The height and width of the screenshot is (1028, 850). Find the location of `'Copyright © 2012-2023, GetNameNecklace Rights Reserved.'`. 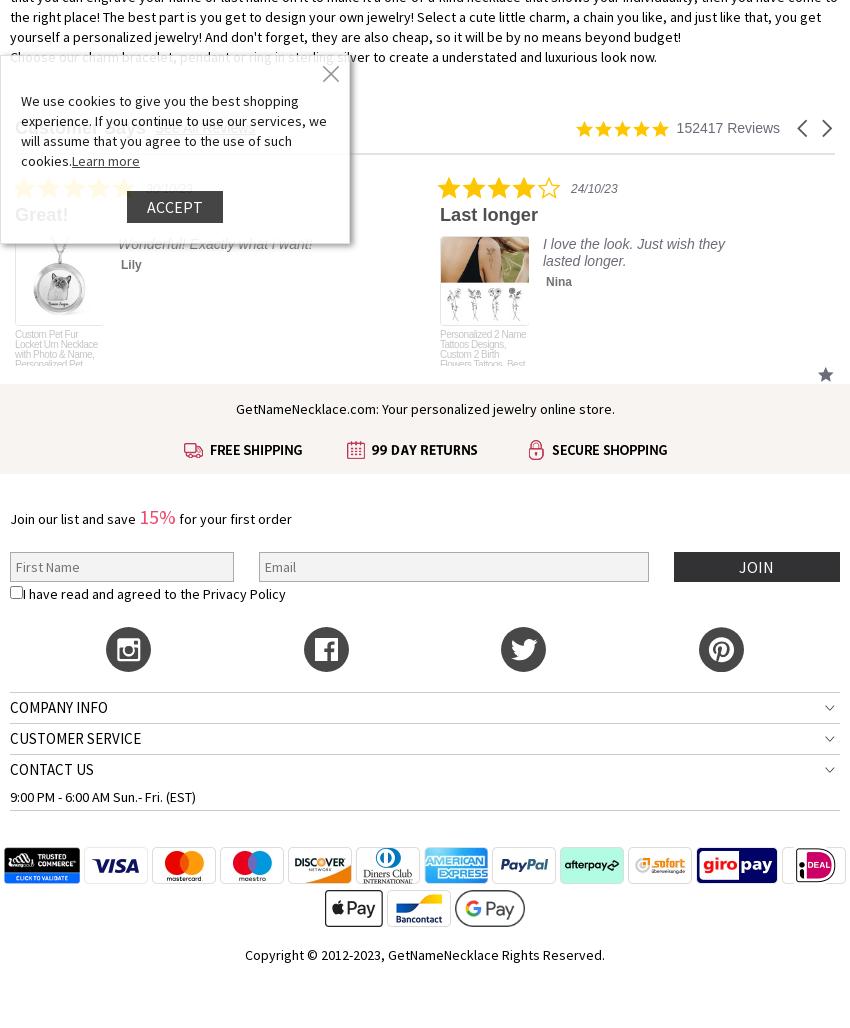

'Copyright © 2012-2023, GetNameNecklace Rights Reserved.' is located at coordinates (425, 953).